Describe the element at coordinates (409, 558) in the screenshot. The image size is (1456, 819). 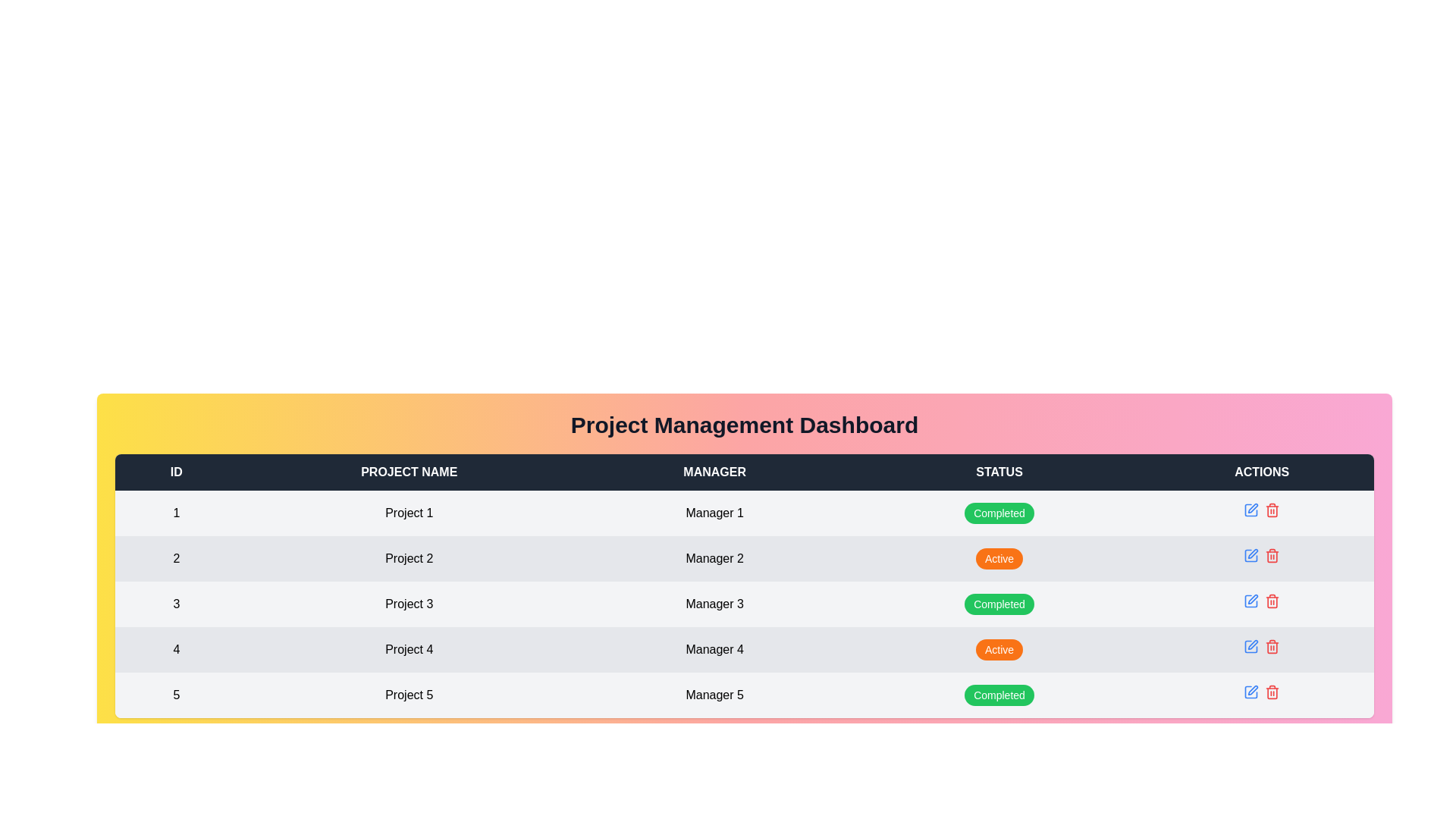
I see `the text label displaying 'Project 2' in the project management dashboard, located in the second column of the second row under the 'PROJECT NAME' header` at that location.